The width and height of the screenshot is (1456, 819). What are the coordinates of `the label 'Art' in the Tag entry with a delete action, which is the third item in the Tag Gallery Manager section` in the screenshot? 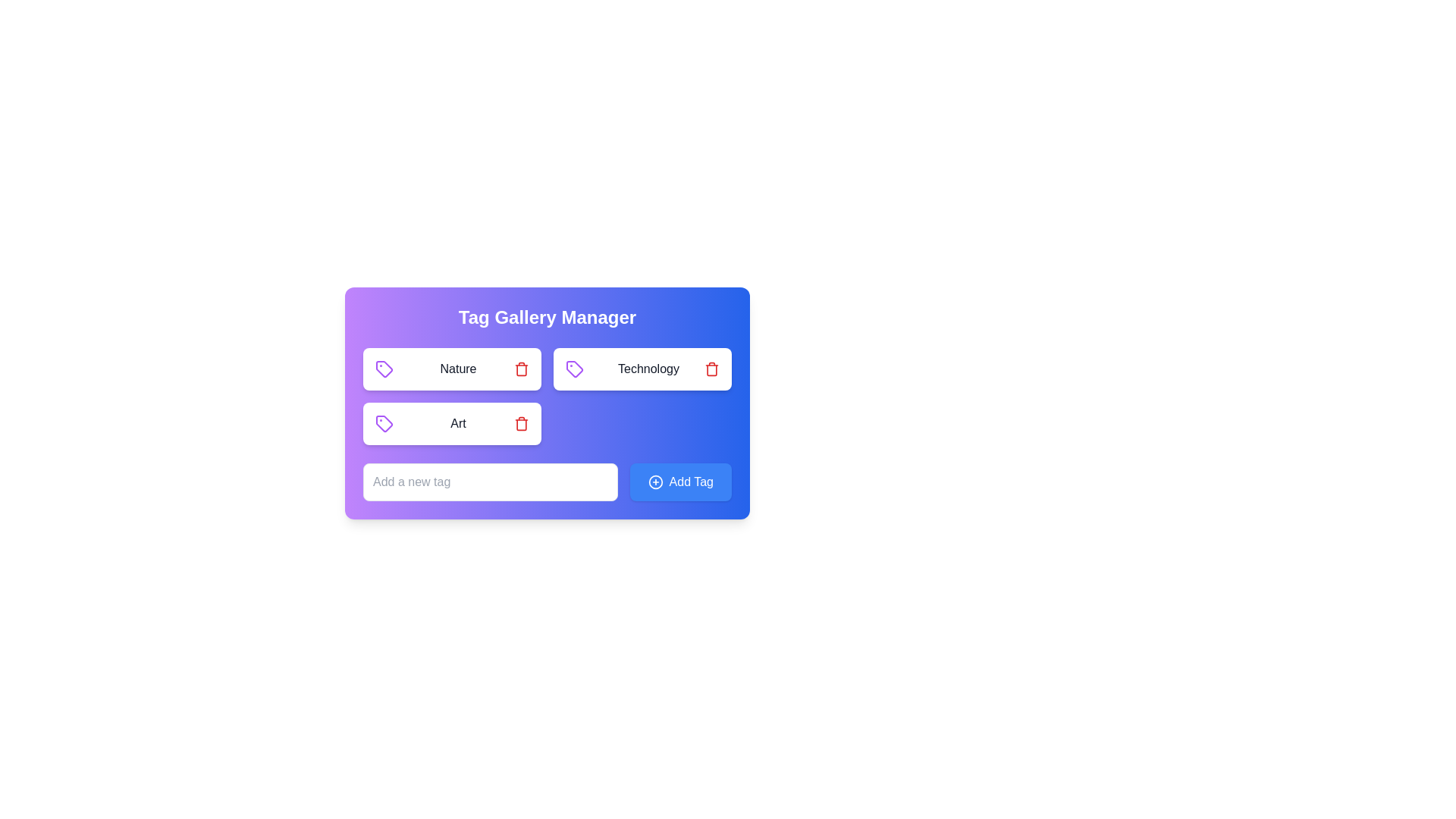 It's located at (451, 424).